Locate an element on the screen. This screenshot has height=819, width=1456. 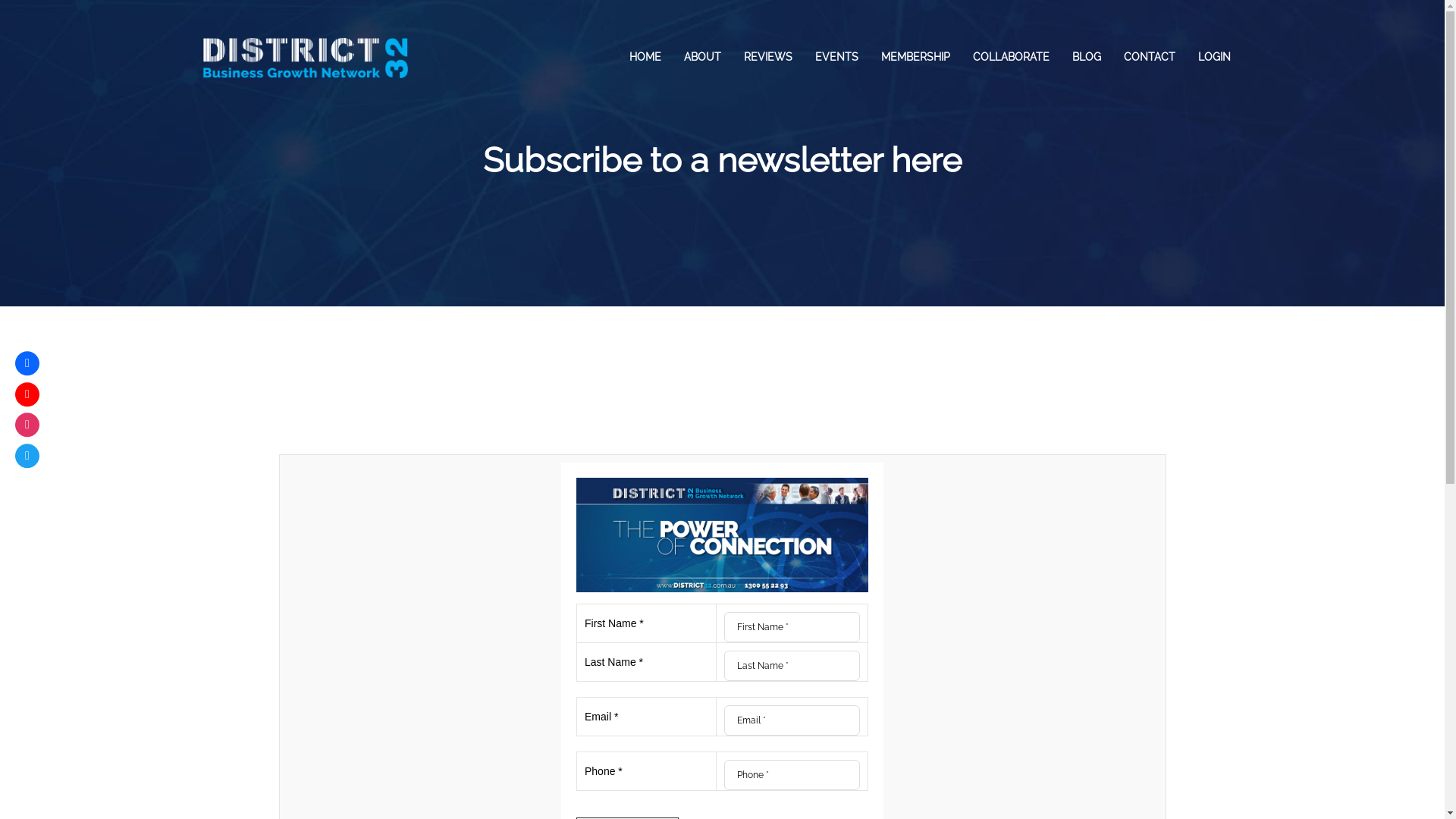
'Interesting Image' is located at coordinates (721, 534).